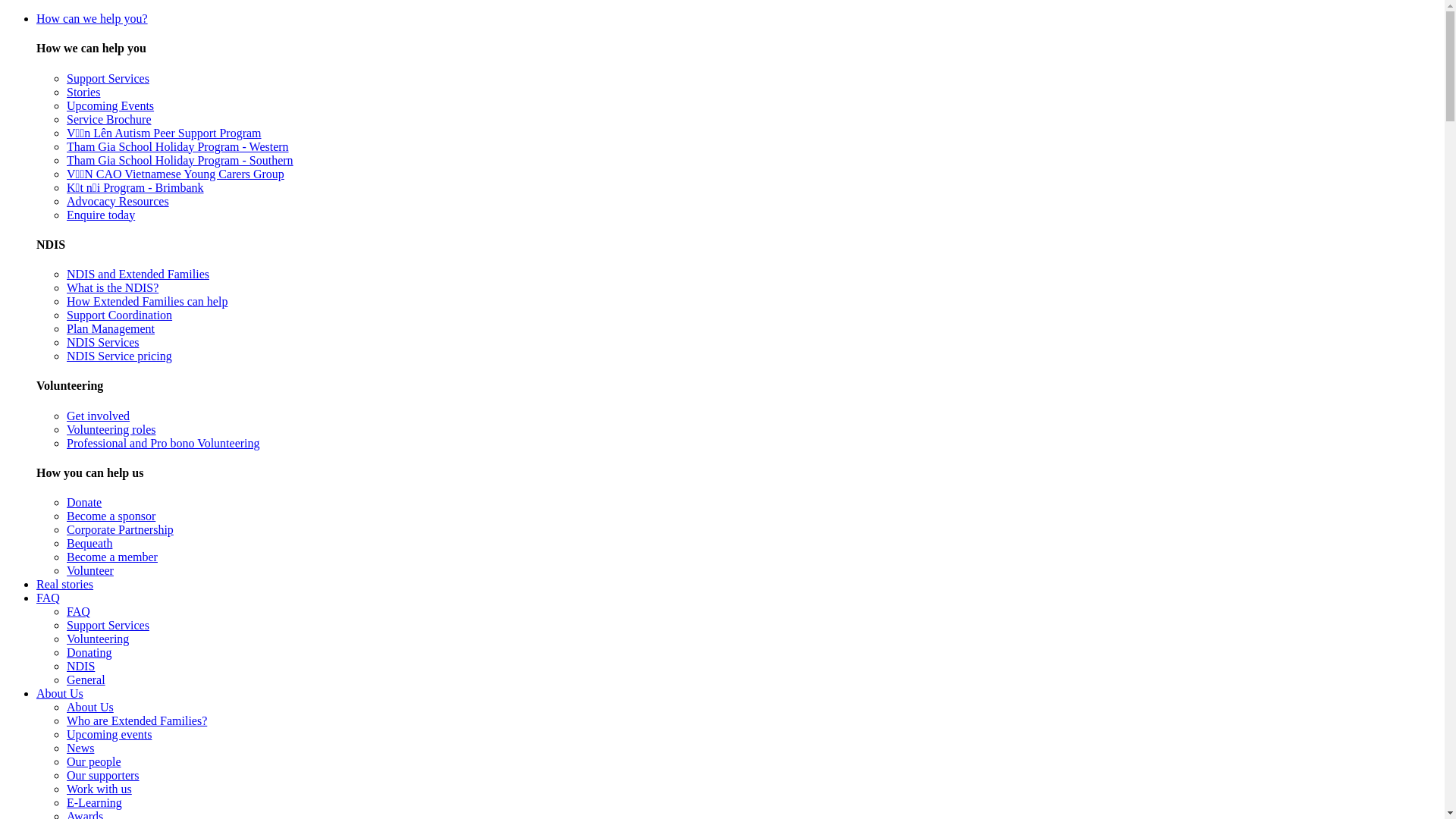  Describe the element at coordinates (77, 610) in the screenshot. I see `'FAQ'` at that location.